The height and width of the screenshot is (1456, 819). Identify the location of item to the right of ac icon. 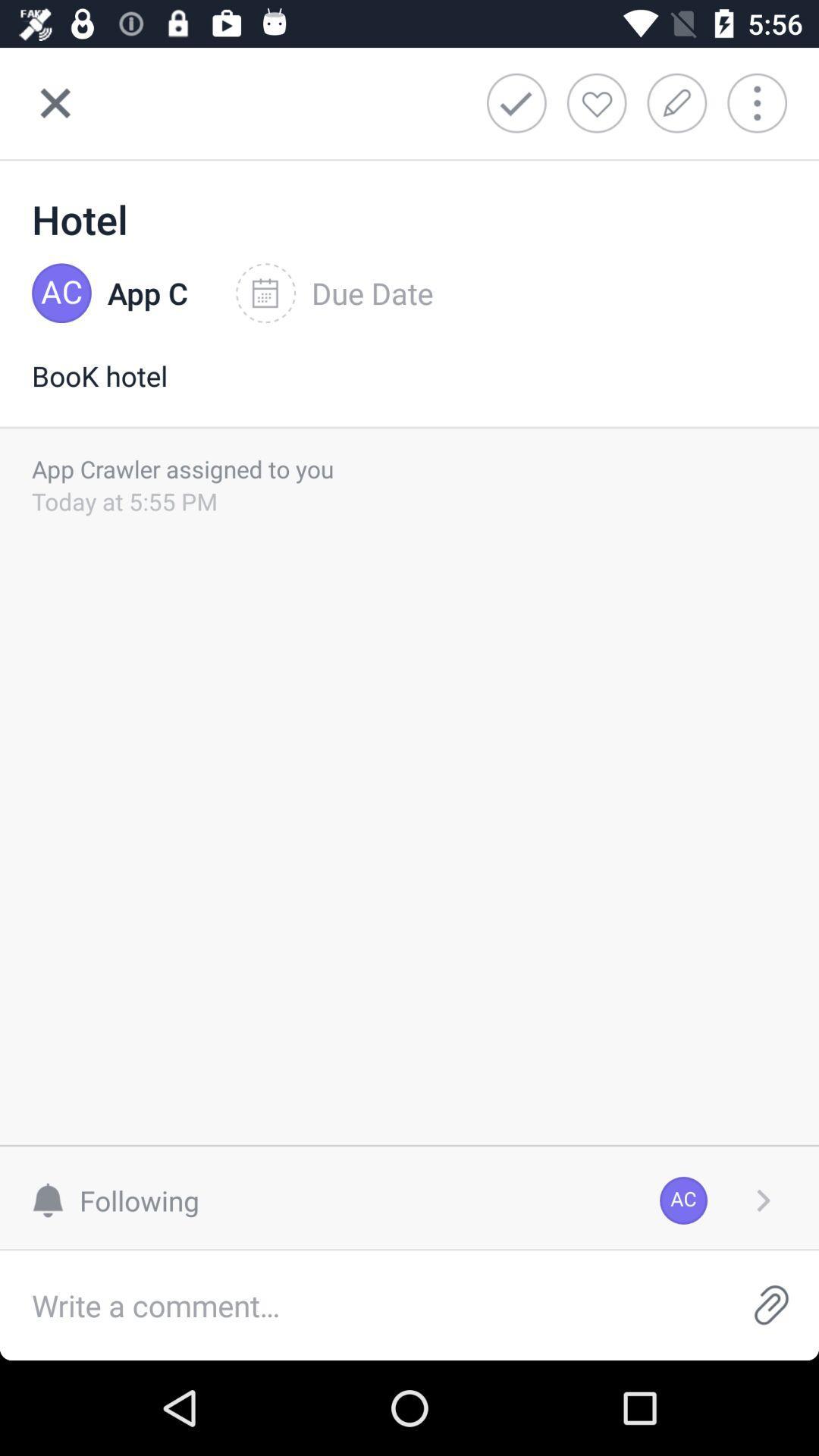
(763, 1200).